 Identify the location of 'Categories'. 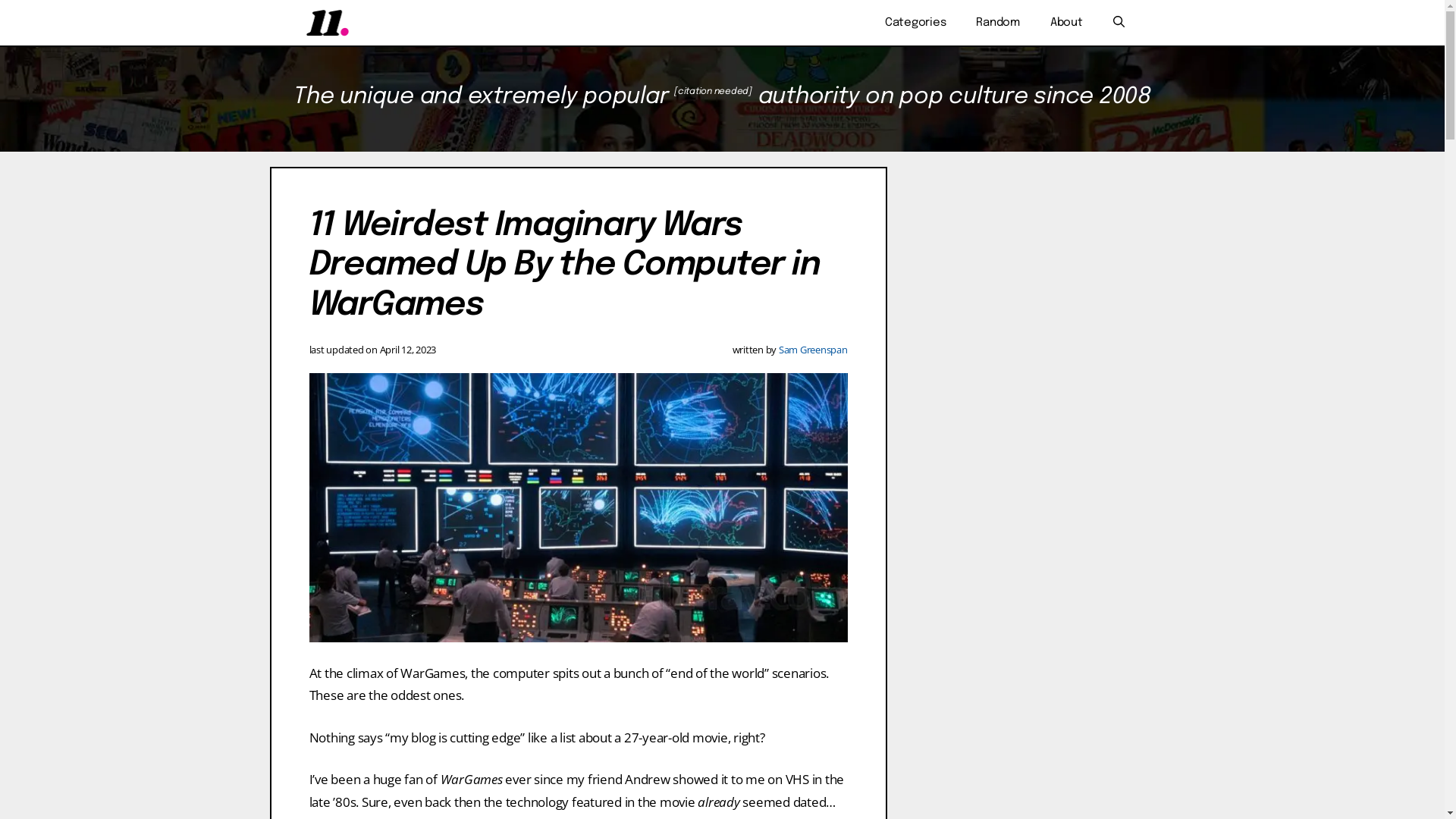
(915, 23).